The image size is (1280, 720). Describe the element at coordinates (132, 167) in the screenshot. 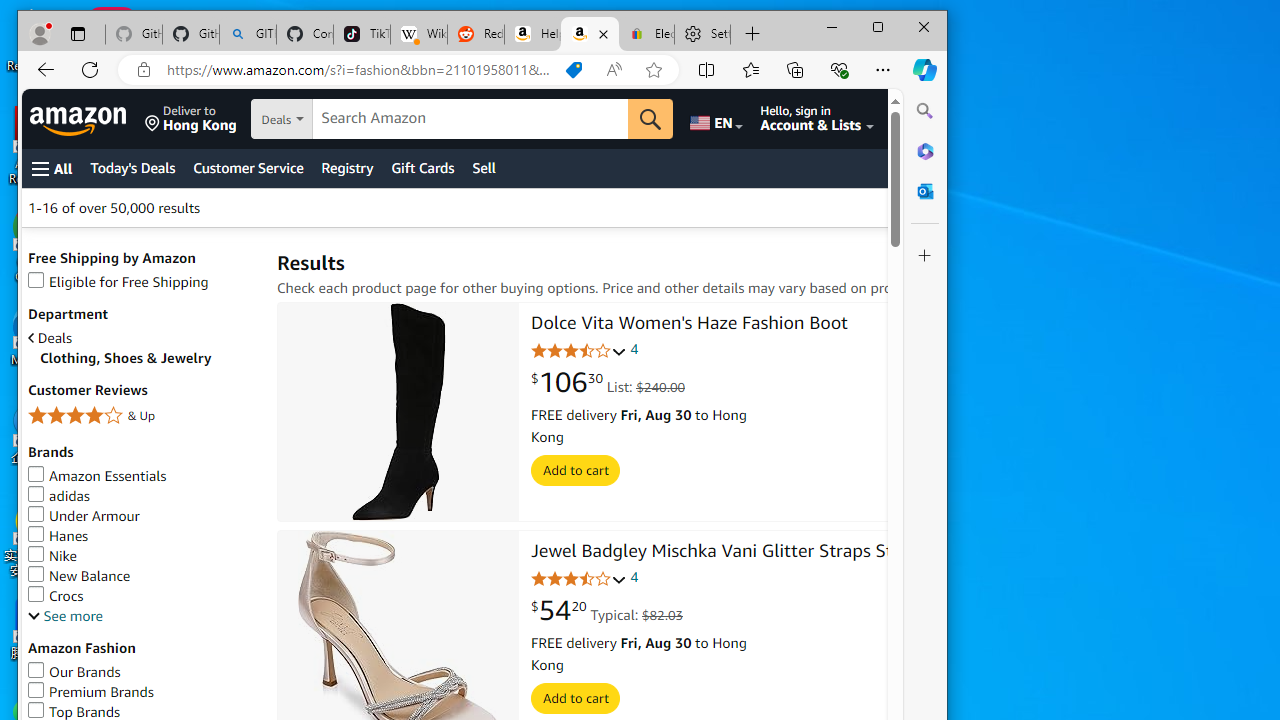

I see `'Today'` at that location.